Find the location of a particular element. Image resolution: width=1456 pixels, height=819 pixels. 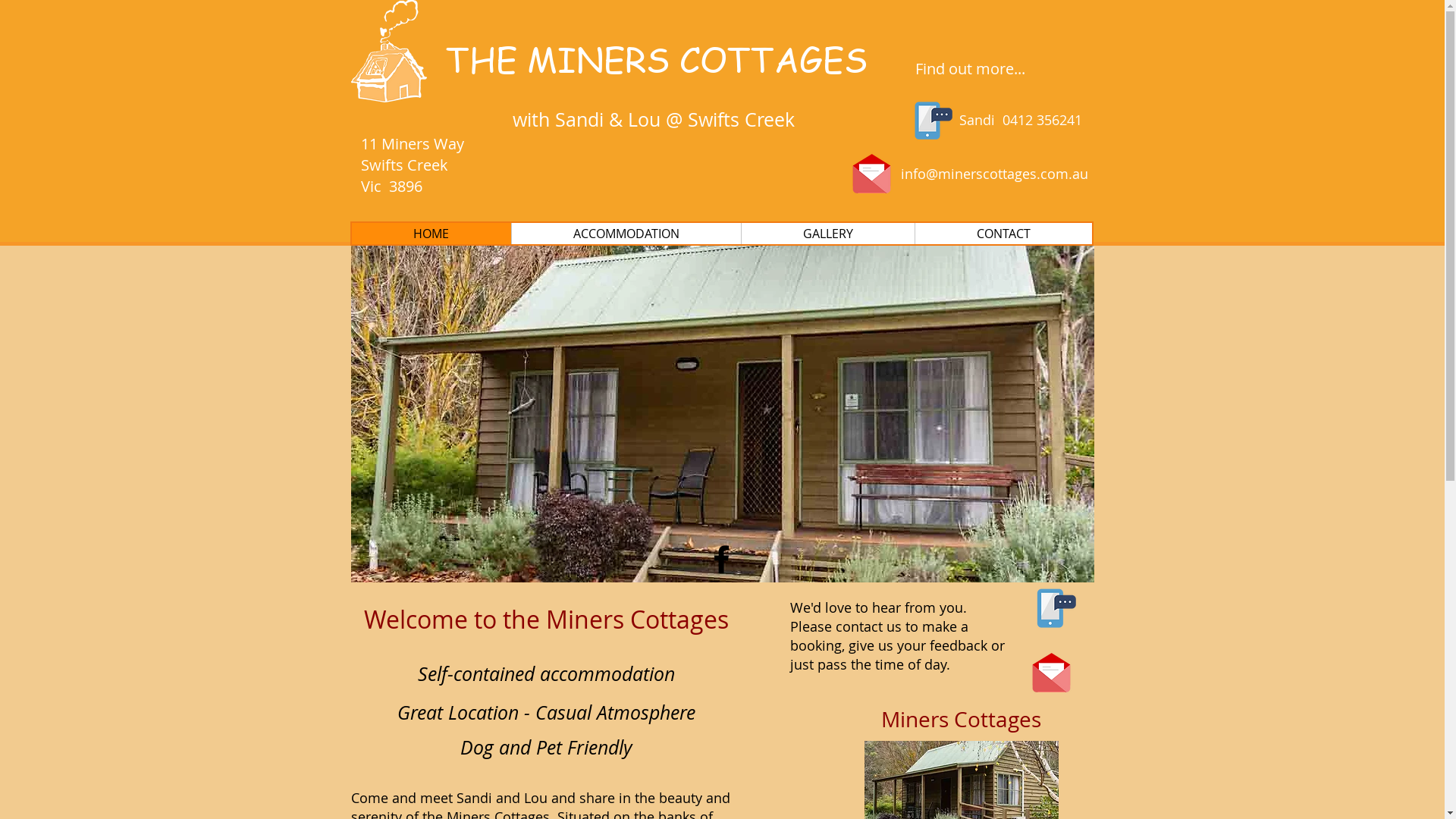

'HOME' is located at coordinates (431, 234).